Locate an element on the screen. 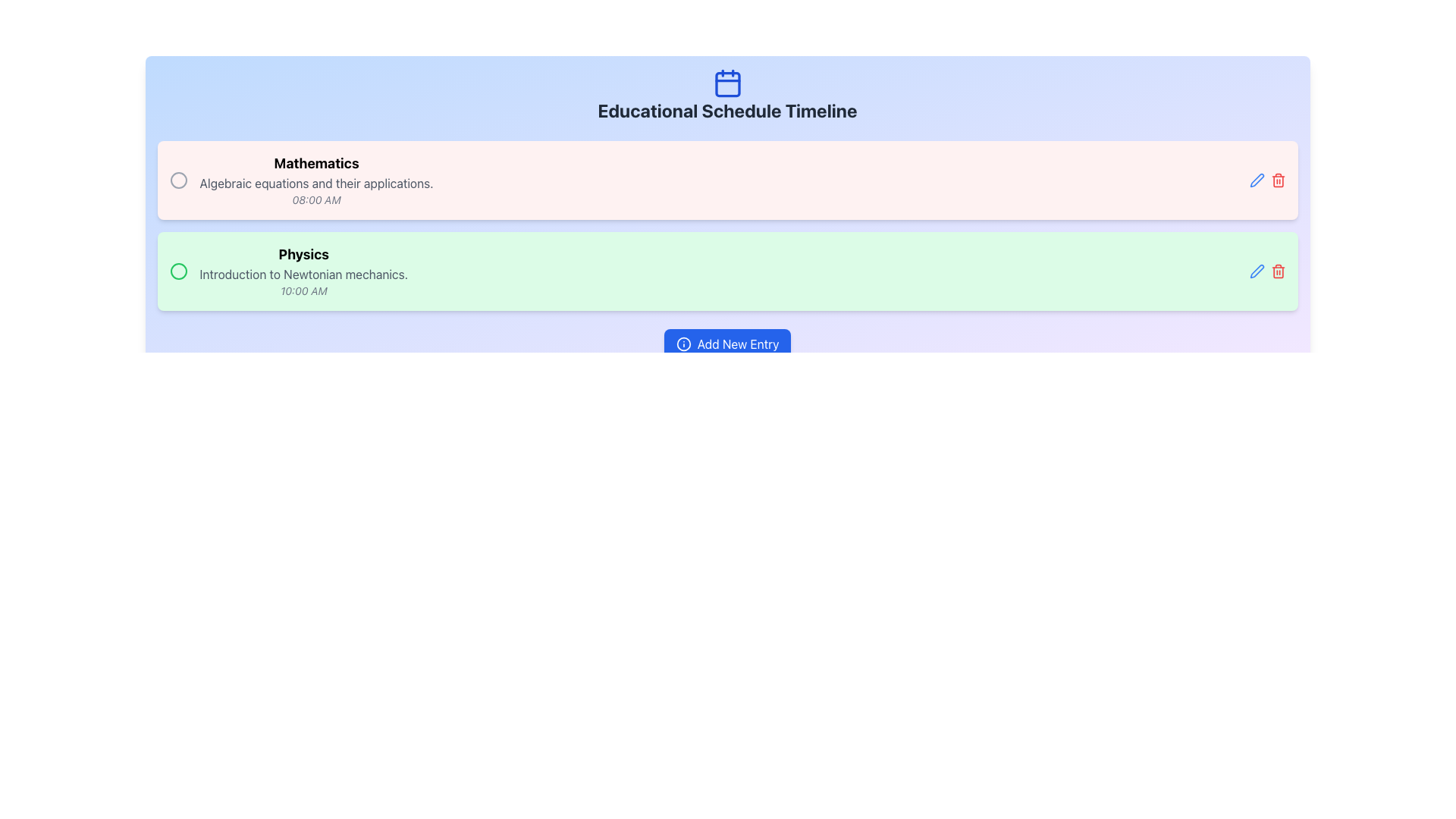 This screenshot has width=1456, height=819. the visual status conveyed by the circular green outlined indicator next to the 'Physics' entry, which aligns with the text 'Introduction to Newtonian mechanics.' is located at coordinates (178, 271).